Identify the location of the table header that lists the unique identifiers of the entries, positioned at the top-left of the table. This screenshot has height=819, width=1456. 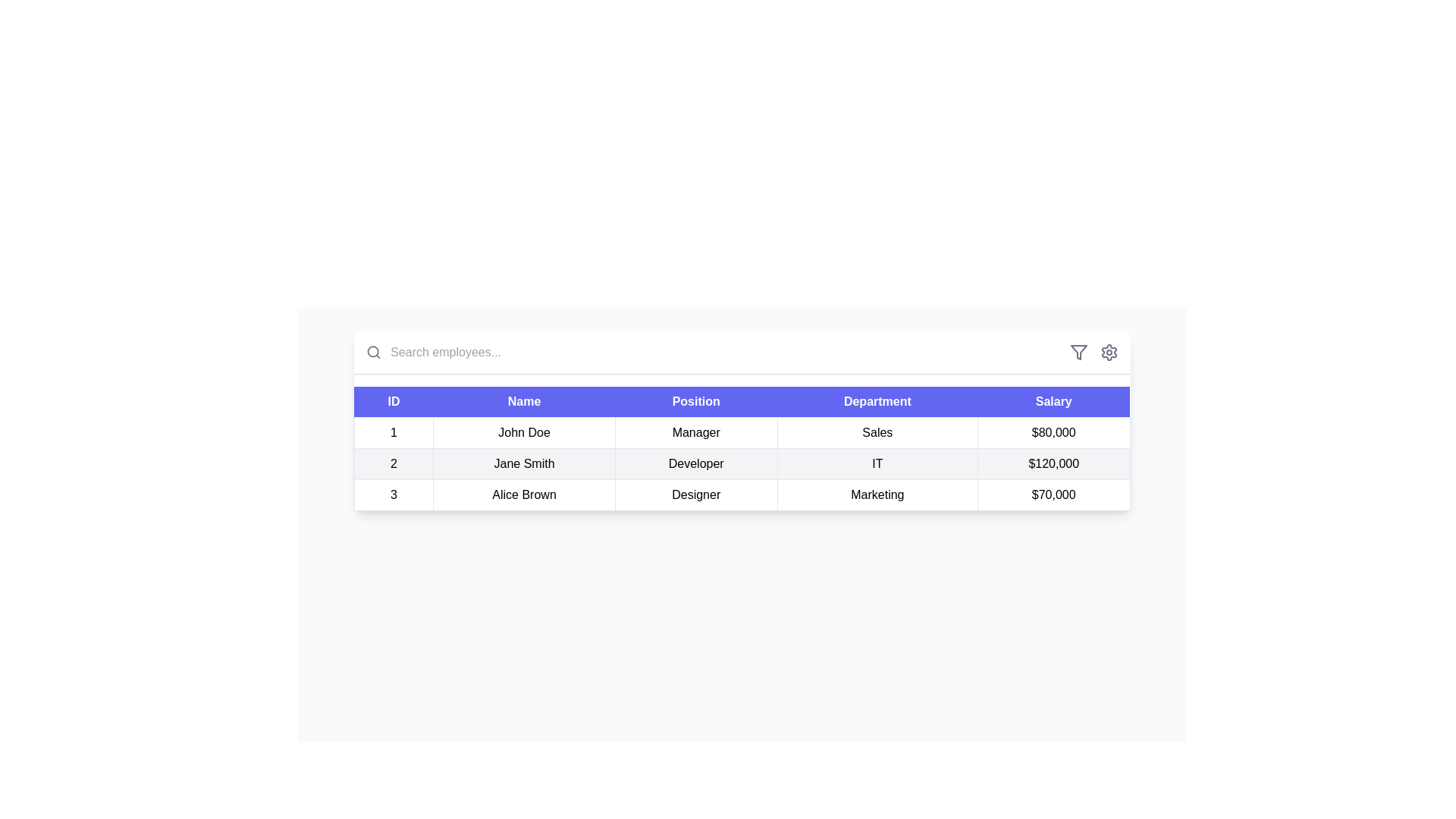
(394, 401).